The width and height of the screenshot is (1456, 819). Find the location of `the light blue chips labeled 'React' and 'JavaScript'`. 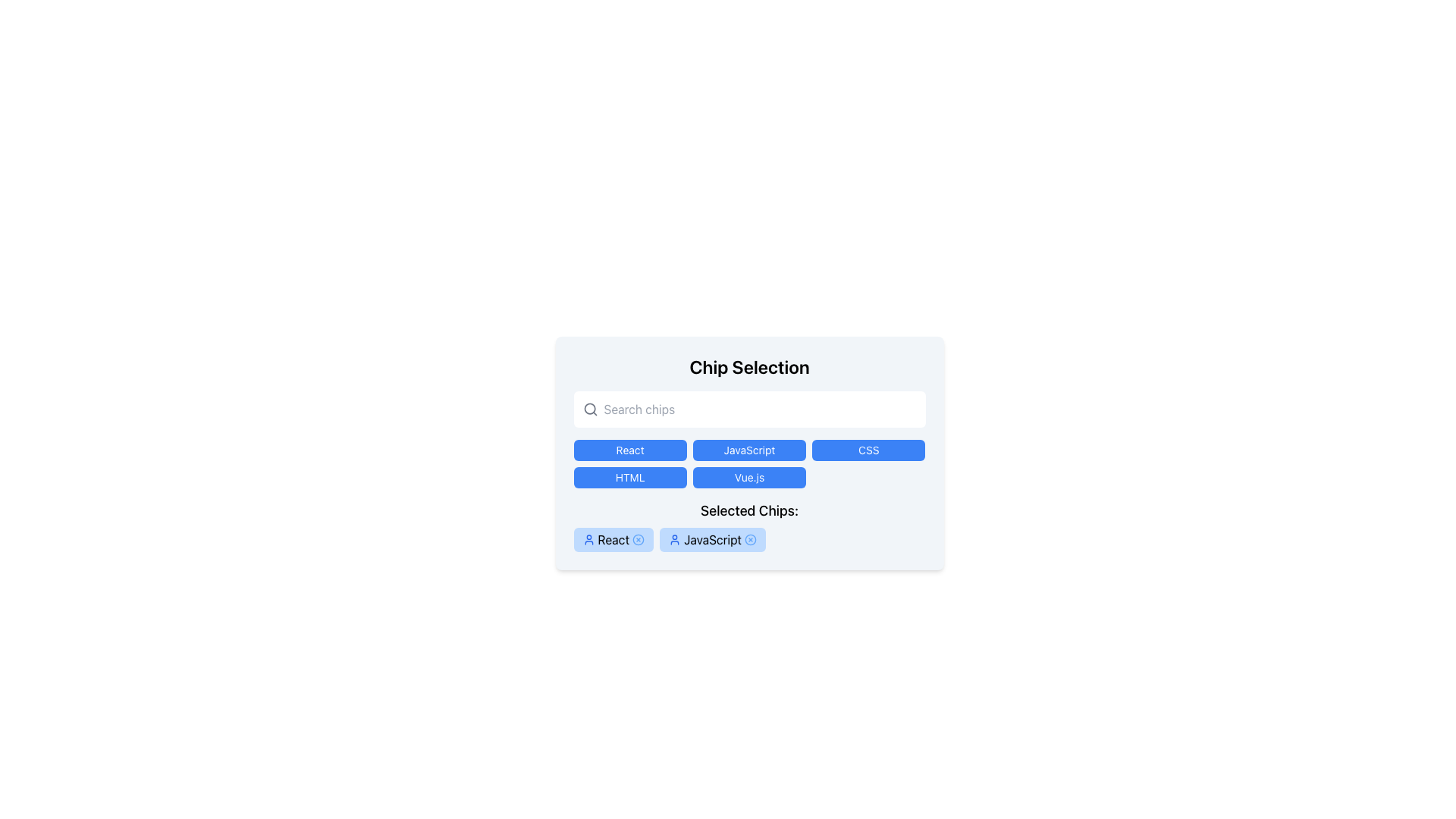

the light blue chips labeled 'React' and 'JavaScript' is located at coordinates (749, 539).